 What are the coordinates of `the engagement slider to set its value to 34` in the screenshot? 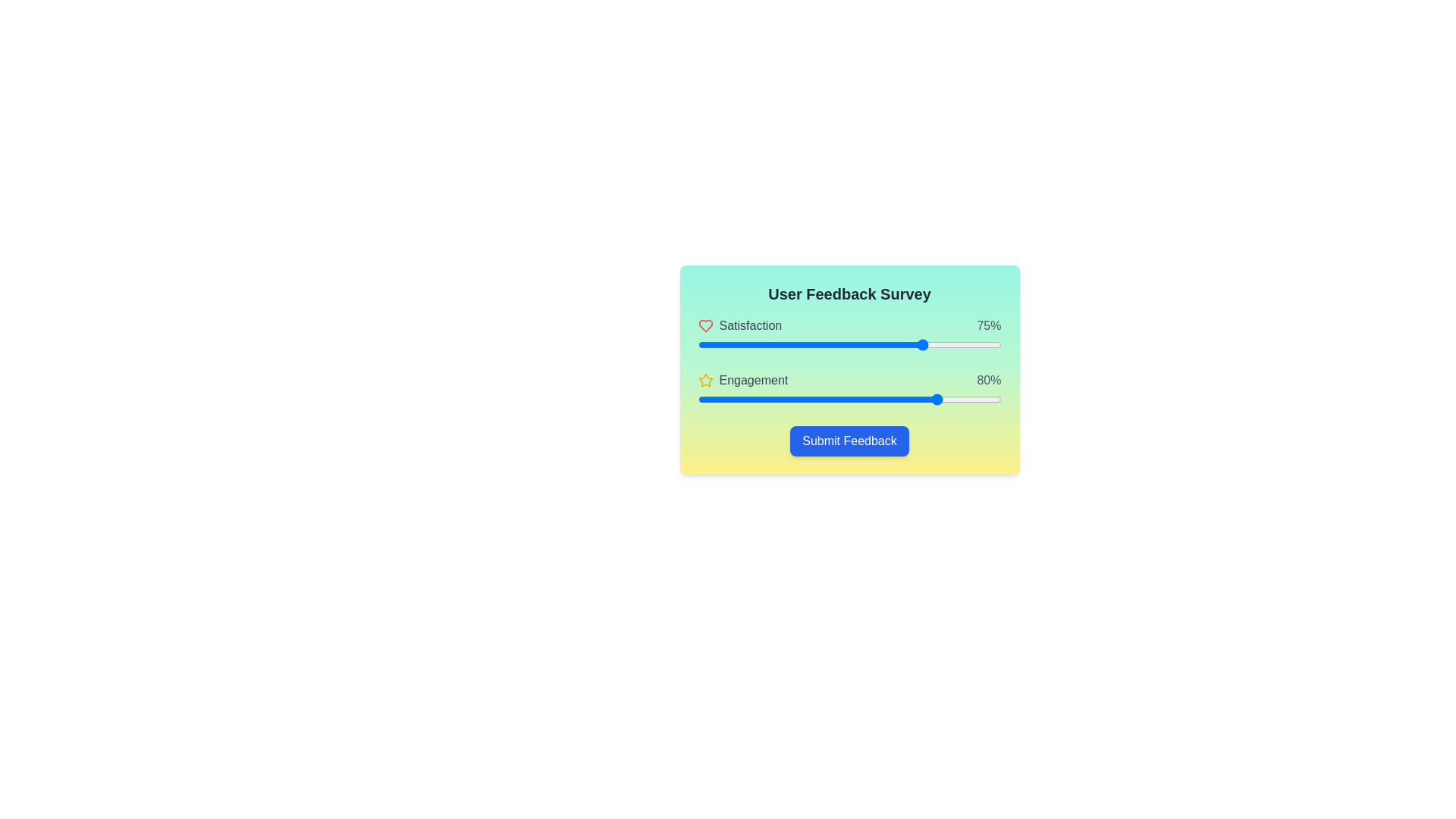 It's located at (800, 399).